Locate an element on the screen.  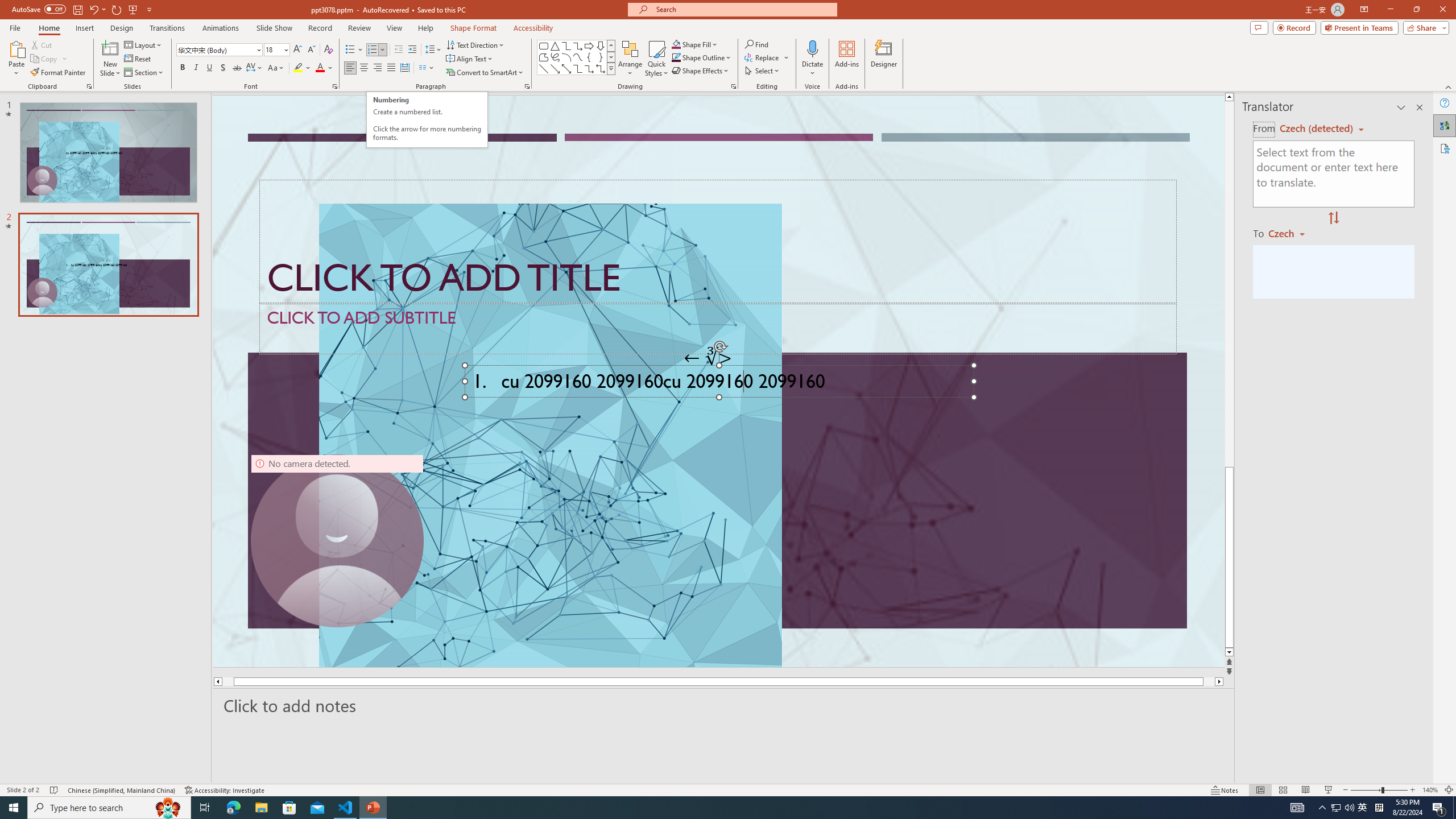
'Paragraph...' is located at coordinates (526, 85).